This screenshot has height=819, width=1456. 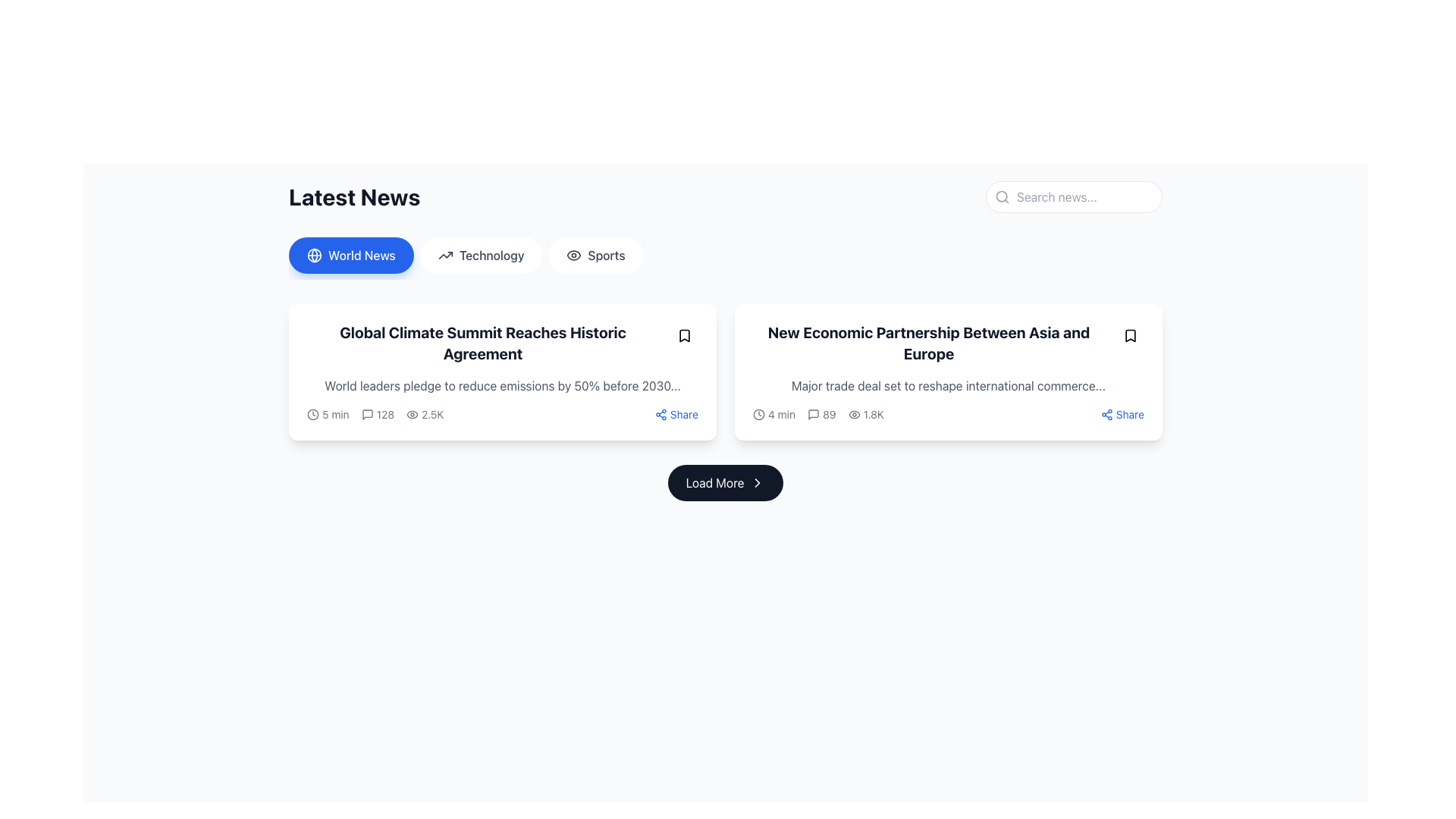 I want to click on the bookmark icon located at the top-right corner of the 'New Economic Partnership Between Asia and Europe' post, so click(x=1131, y=335).